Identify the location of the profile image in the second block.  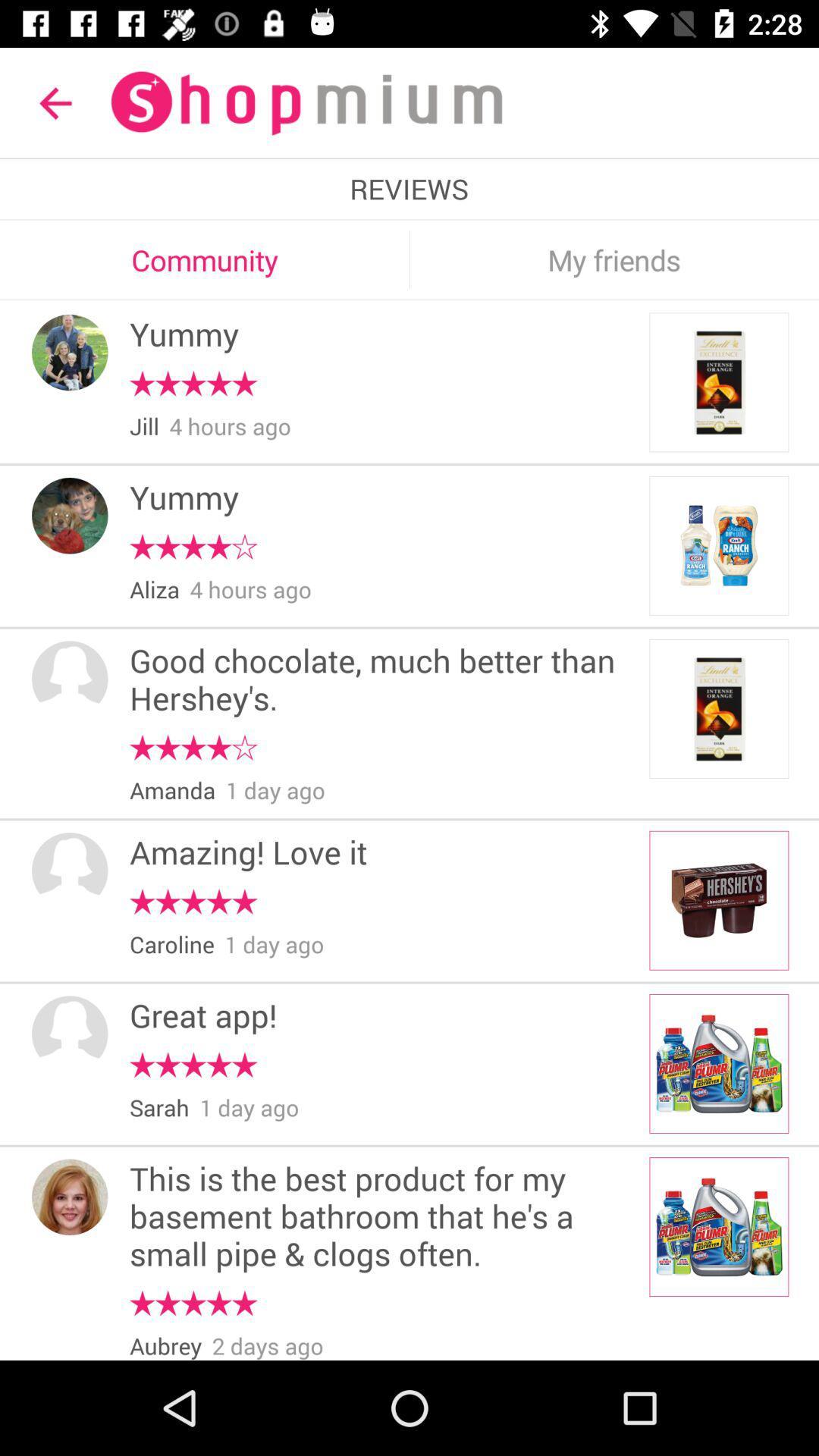
(70, 516).